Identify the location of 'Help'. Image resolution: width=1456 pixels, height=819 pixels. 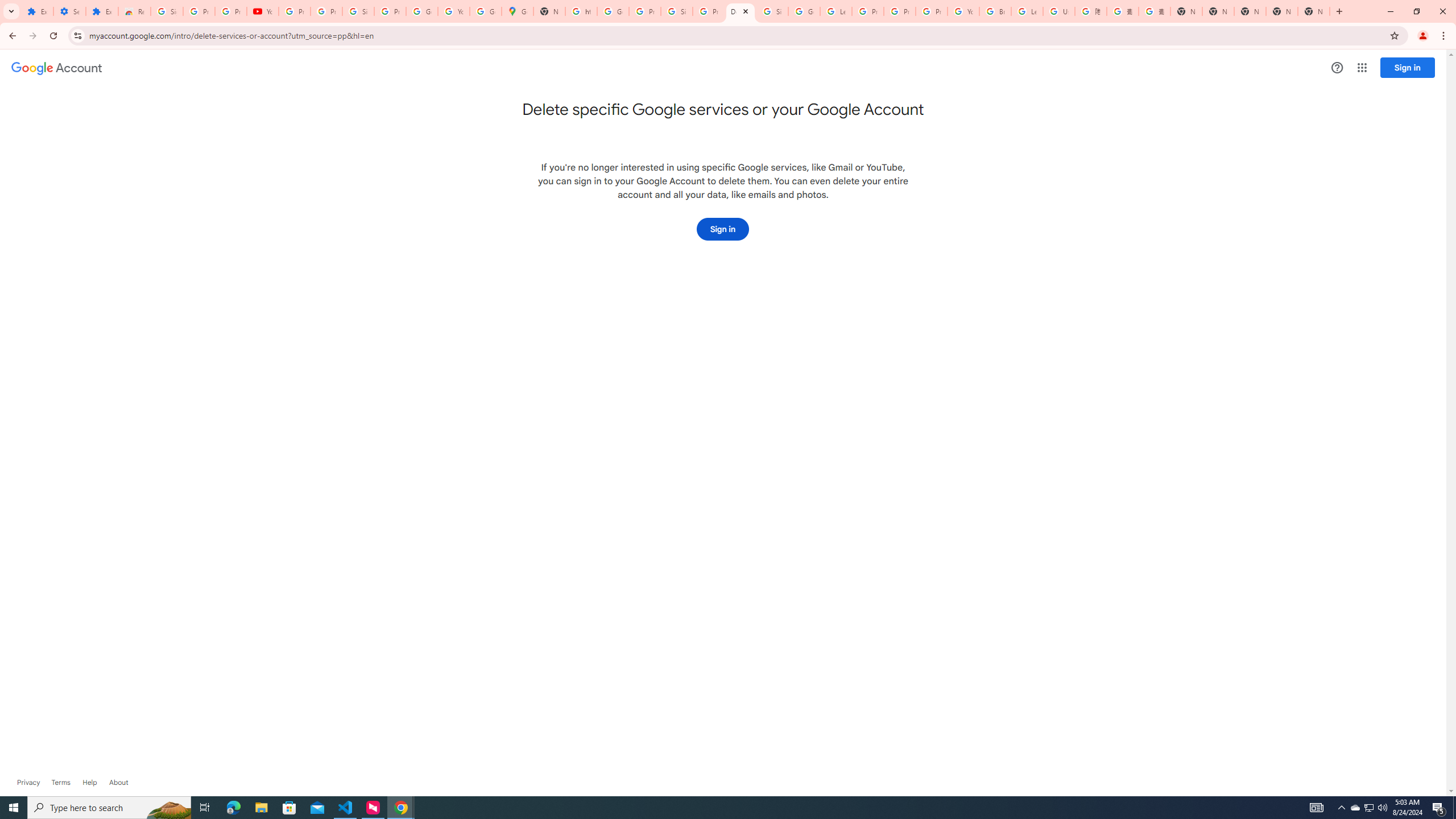
(89, 781).